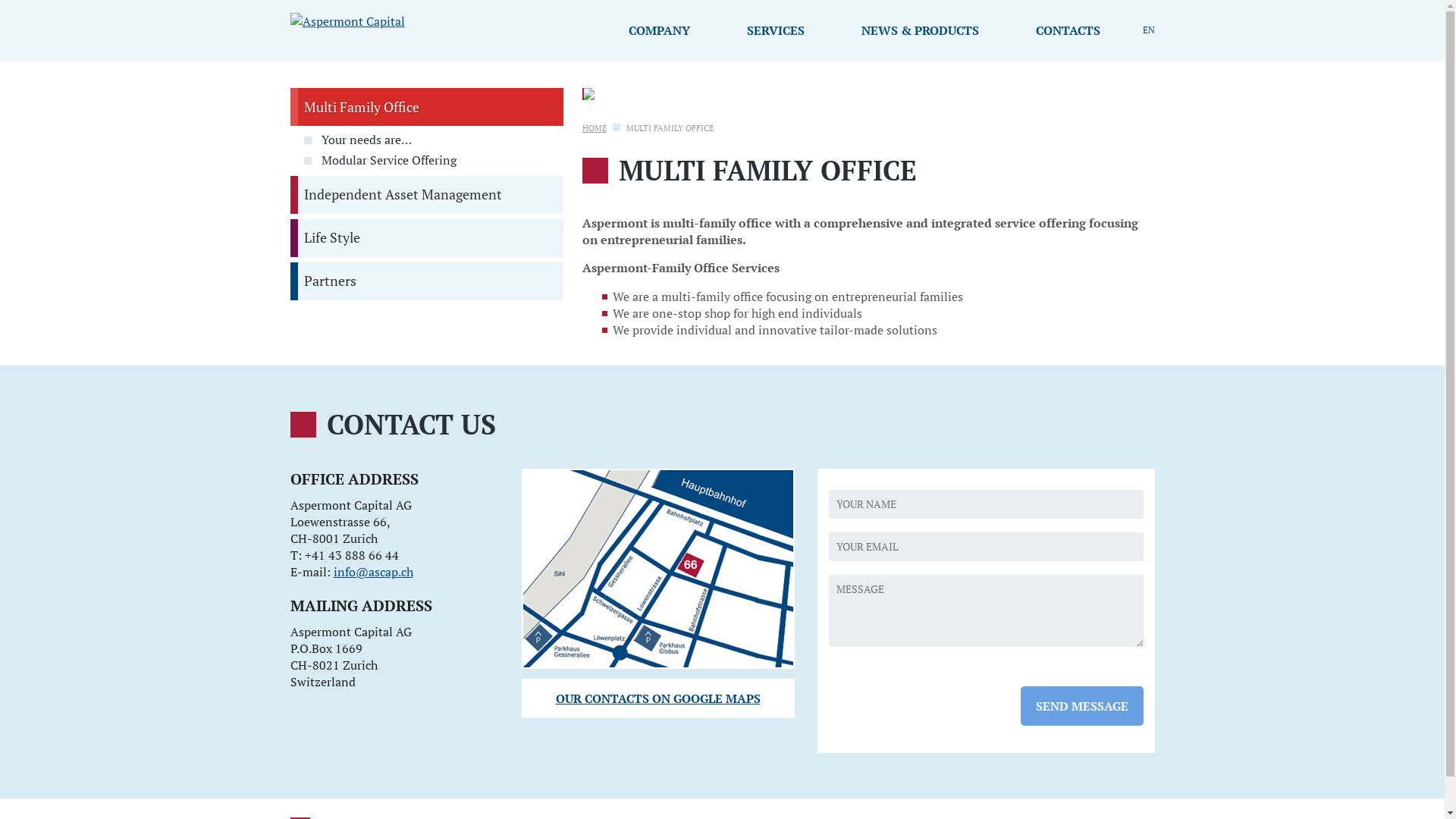 The width and height of the screenshot is (1456, 819). I want to click on 'Modular Service Offering', so click(432, 160).